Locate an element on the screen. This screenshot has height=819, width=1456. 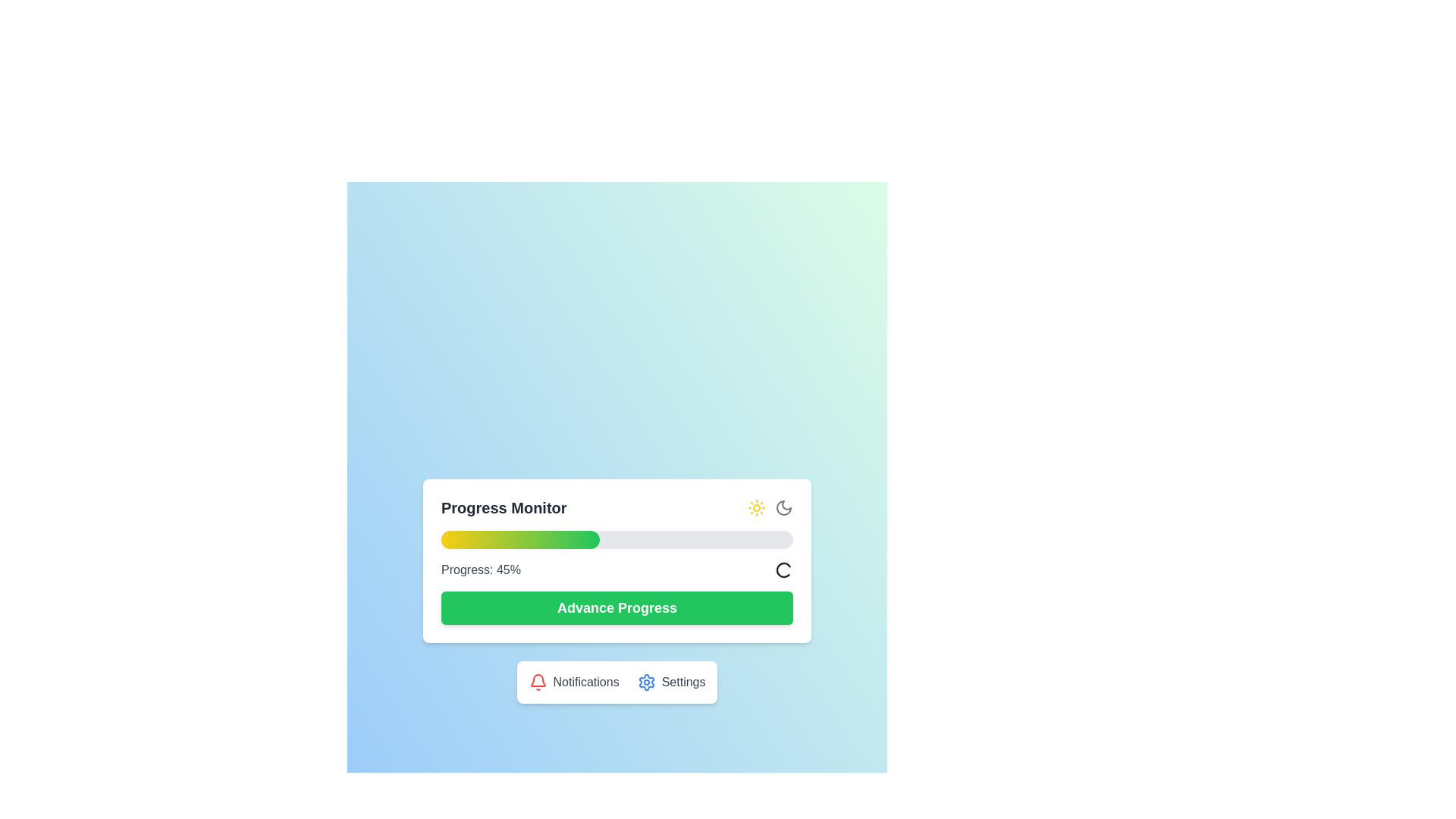
the loading spinner located at the far-right edge of the 'Progress: 45%' section, which indicates an ongoing process is located at coordinates (783, 570).